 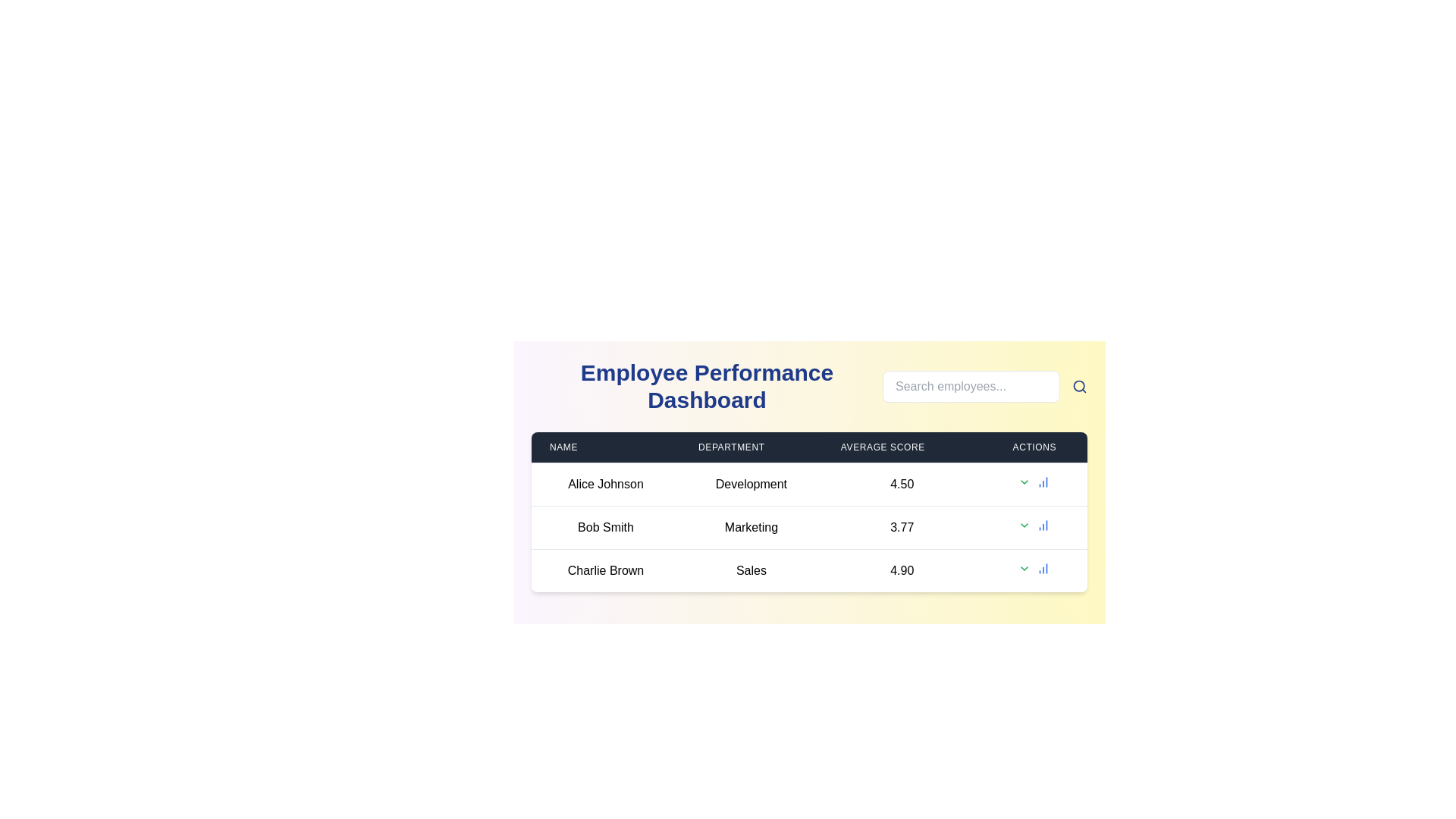 What do you see at coordinates (1025, 525) in the screenshot?
I see `the chevron-down icon in the second row of the table under the 'Actions' column` at bounding box center [1025, 525].